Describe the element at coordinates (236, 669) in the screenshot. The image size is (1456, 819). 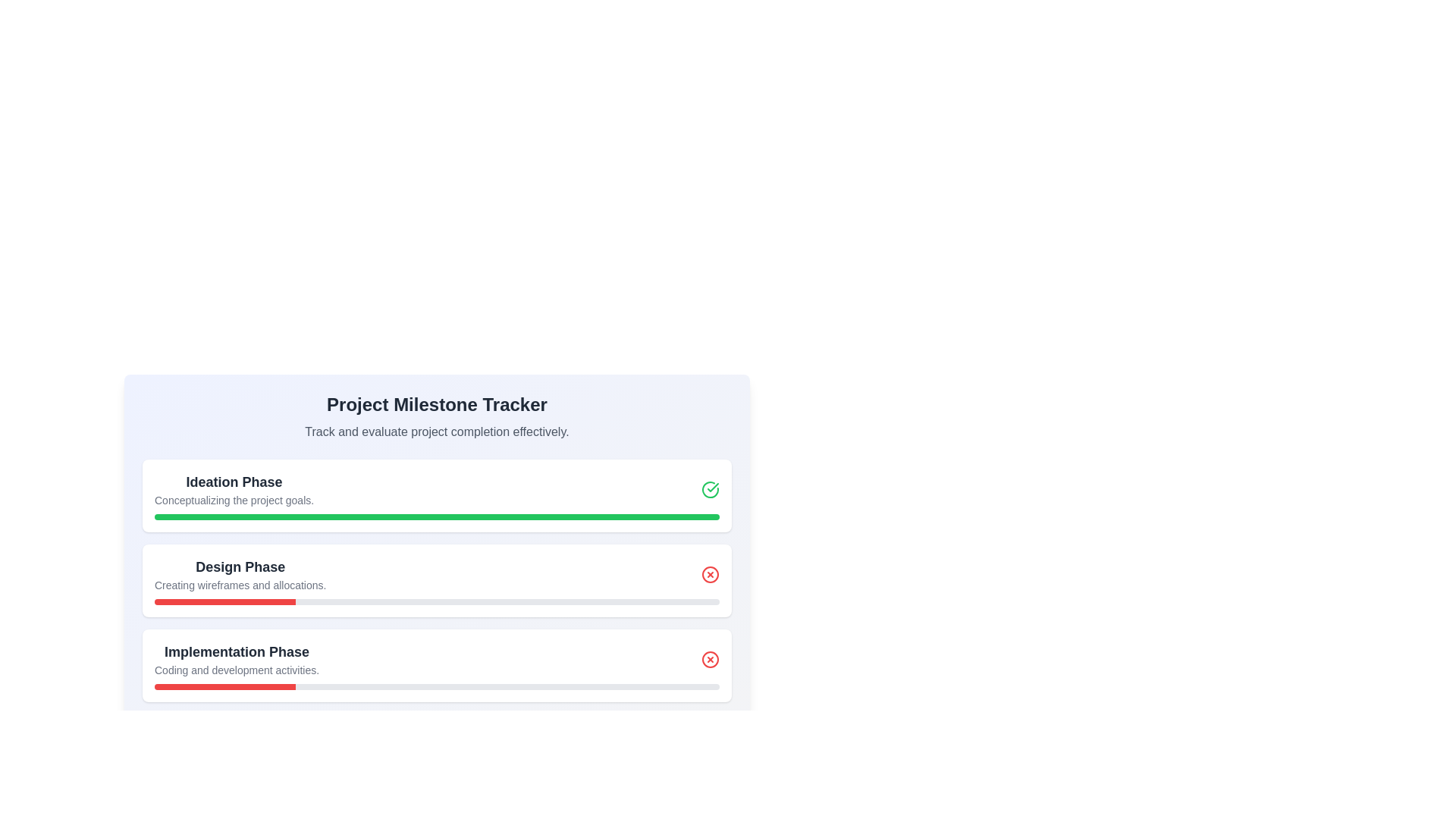
I see `the descriptive text label that provides information about the Implementation Phase, located directly below its title in the Implementation Phase section` at that location.